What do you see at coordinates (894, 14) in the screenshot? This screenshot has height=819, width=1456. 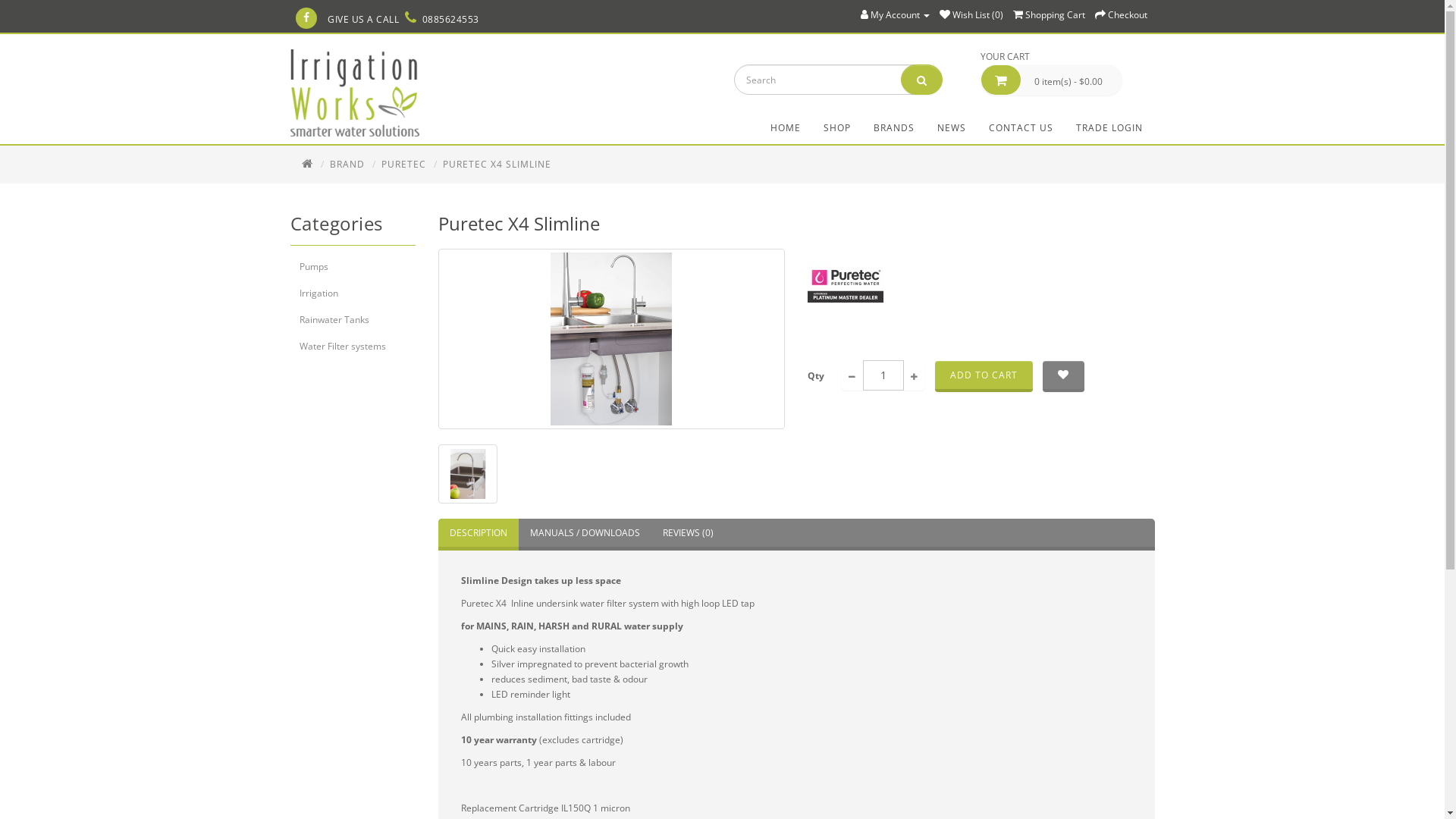 I see `'My Account'` at bounding box center [894, 14].